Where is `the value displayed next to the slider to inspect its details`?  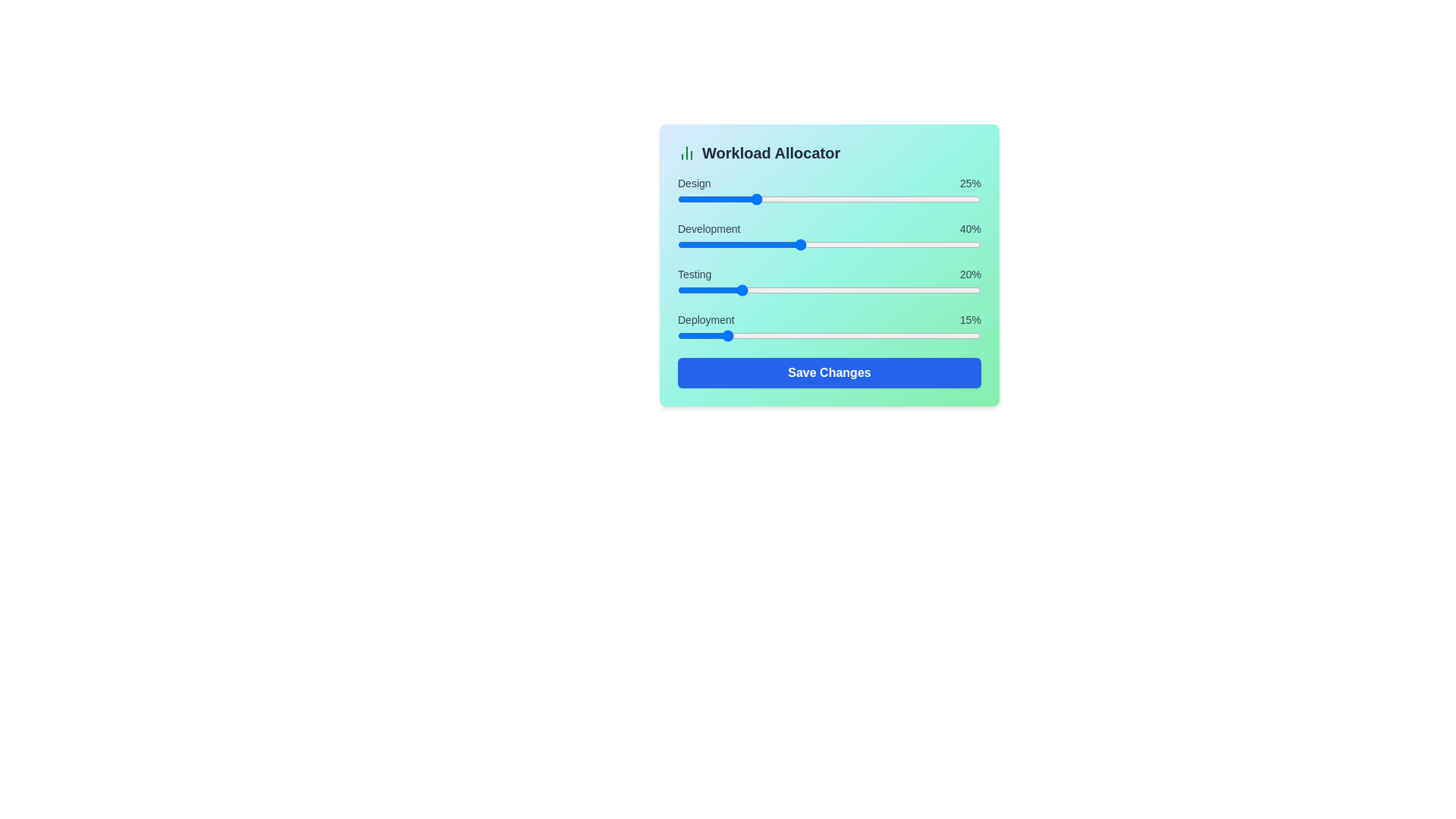
the value displayed next to the slider to inspect its details is located at coordinates (971, 183).